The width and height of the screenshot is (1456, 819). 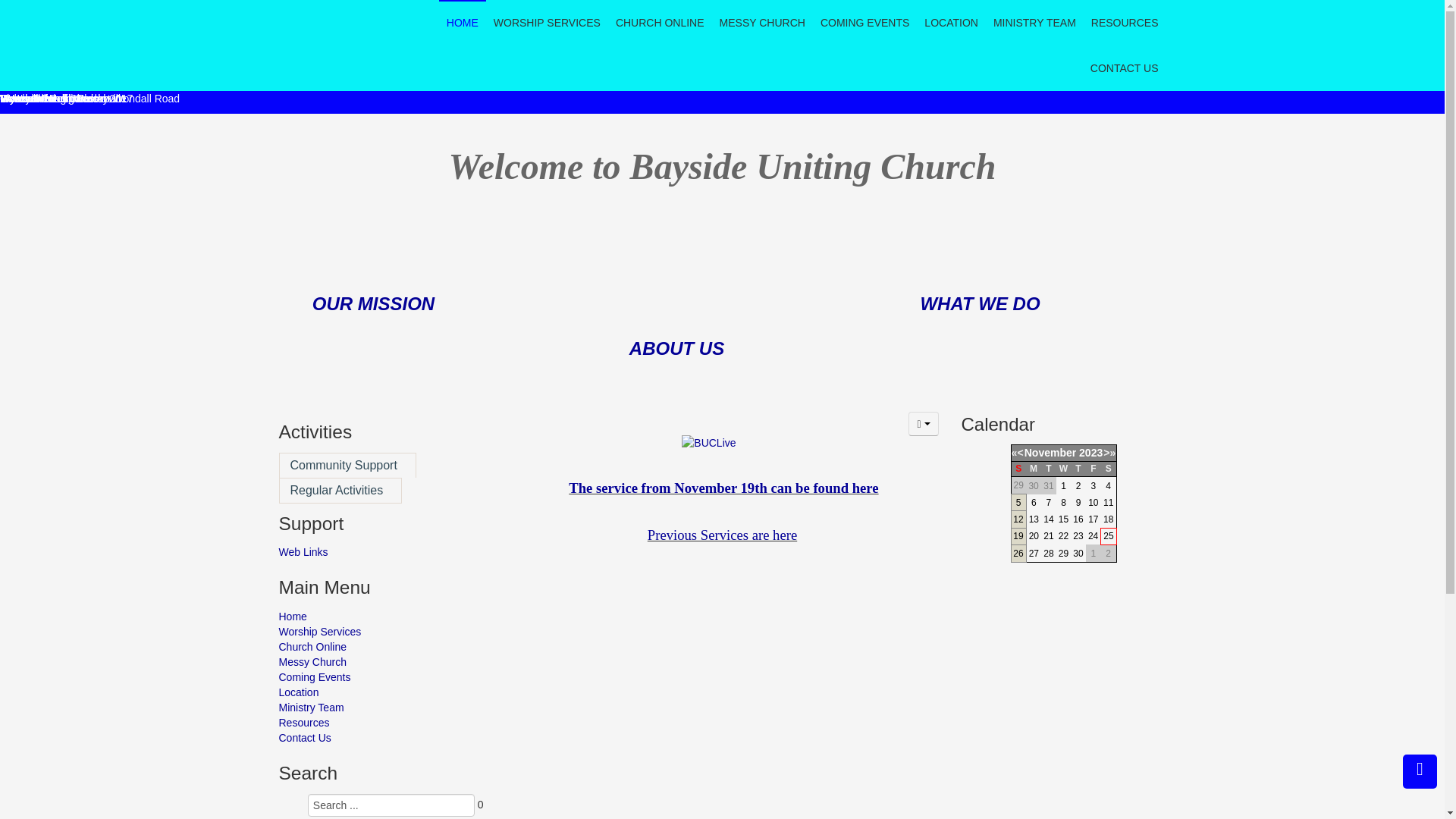 What do you see at coordinates (1050, 452) in the screenshot?
I see `'November'` at bounding box center [1050, 452].